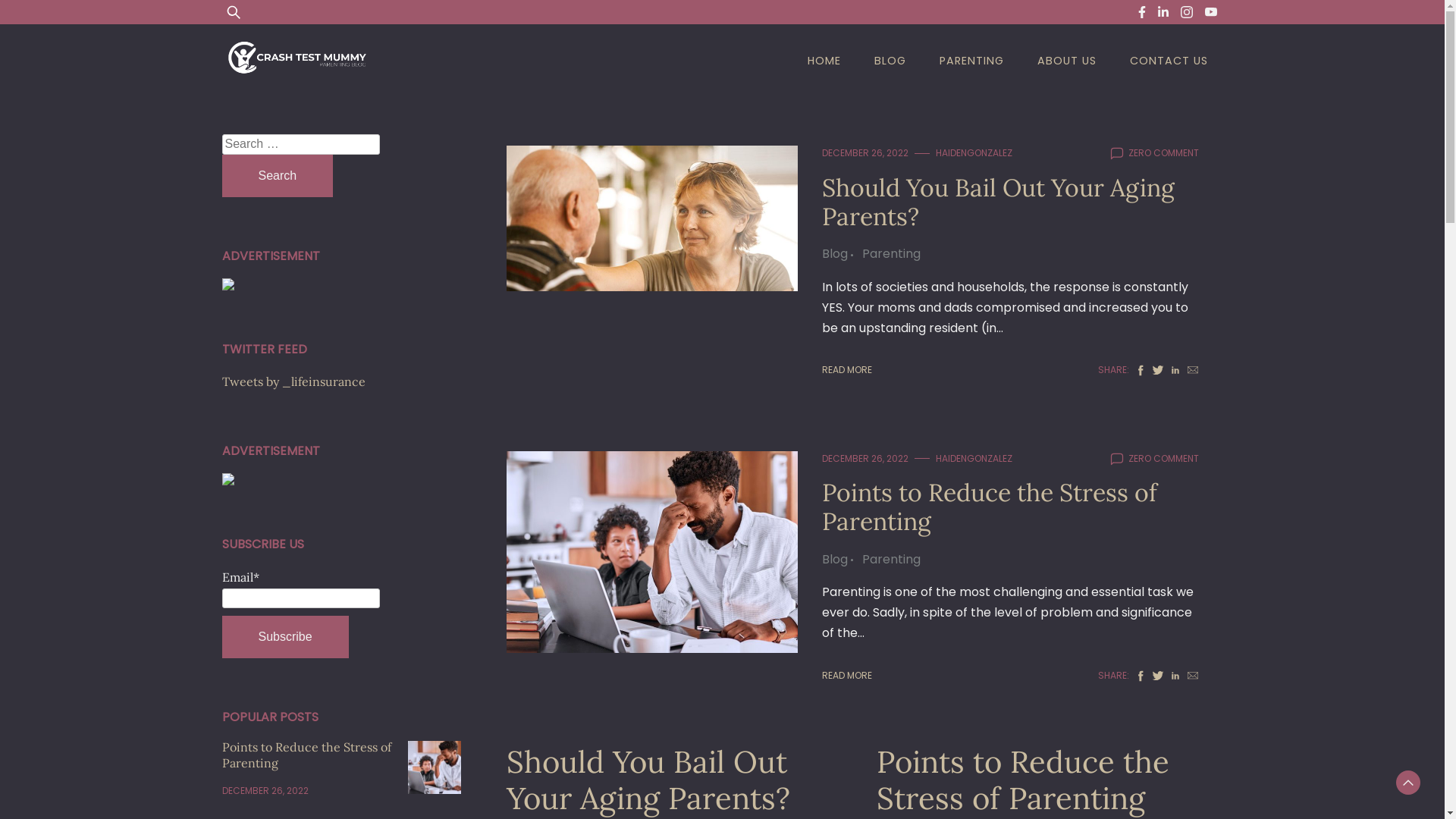  Describe the element at coordinates (1168, 60) in the screenshot. I see `'CONTACT US'` at that location.